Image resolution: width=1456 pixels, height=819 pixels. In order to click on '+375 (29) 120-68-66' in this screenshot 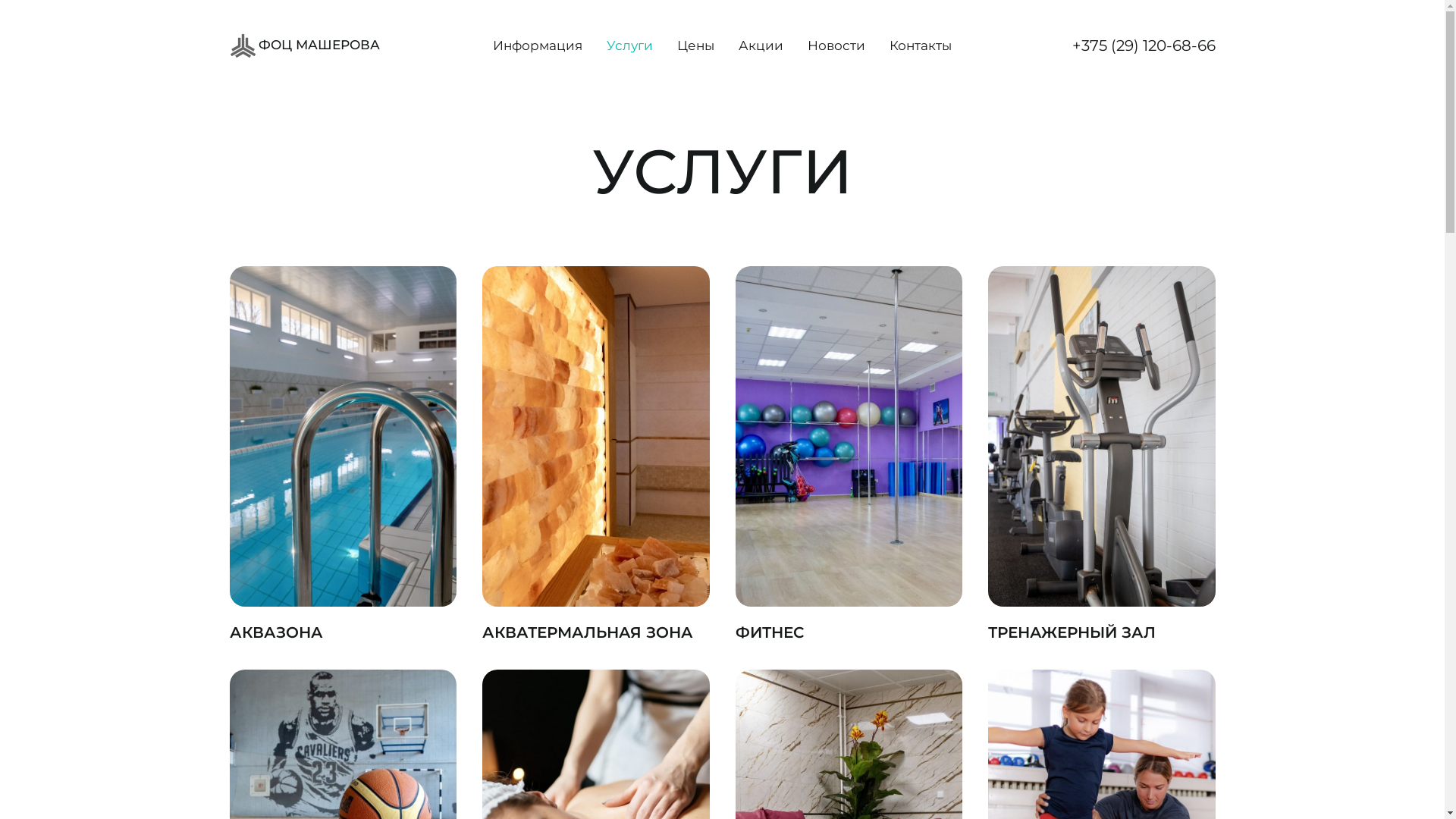, I will do `click(1144, 45)`.